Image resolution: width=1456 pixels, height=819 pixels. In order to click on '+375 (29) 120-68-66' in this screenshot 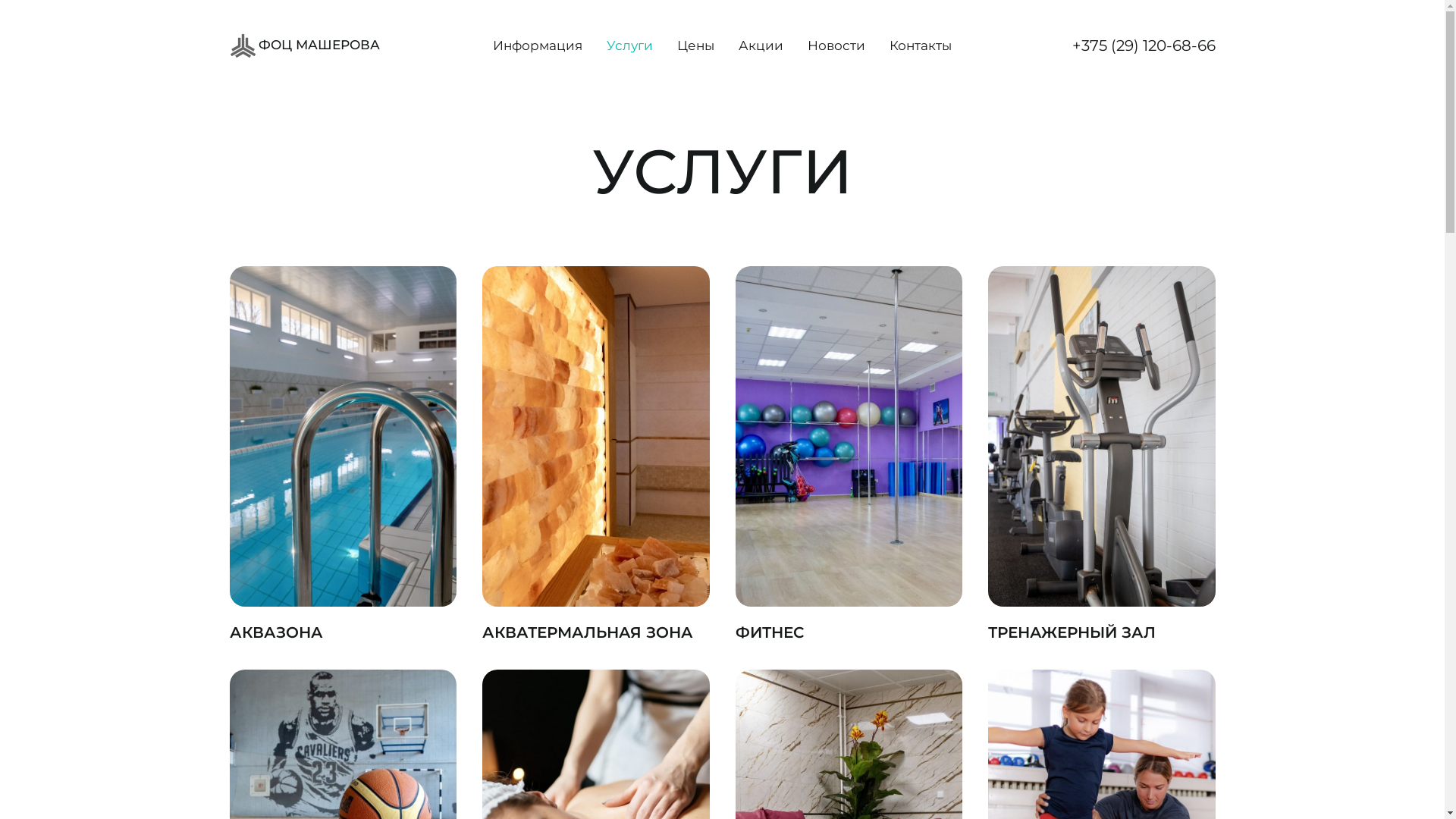, I will do `click(1144, 45)`.